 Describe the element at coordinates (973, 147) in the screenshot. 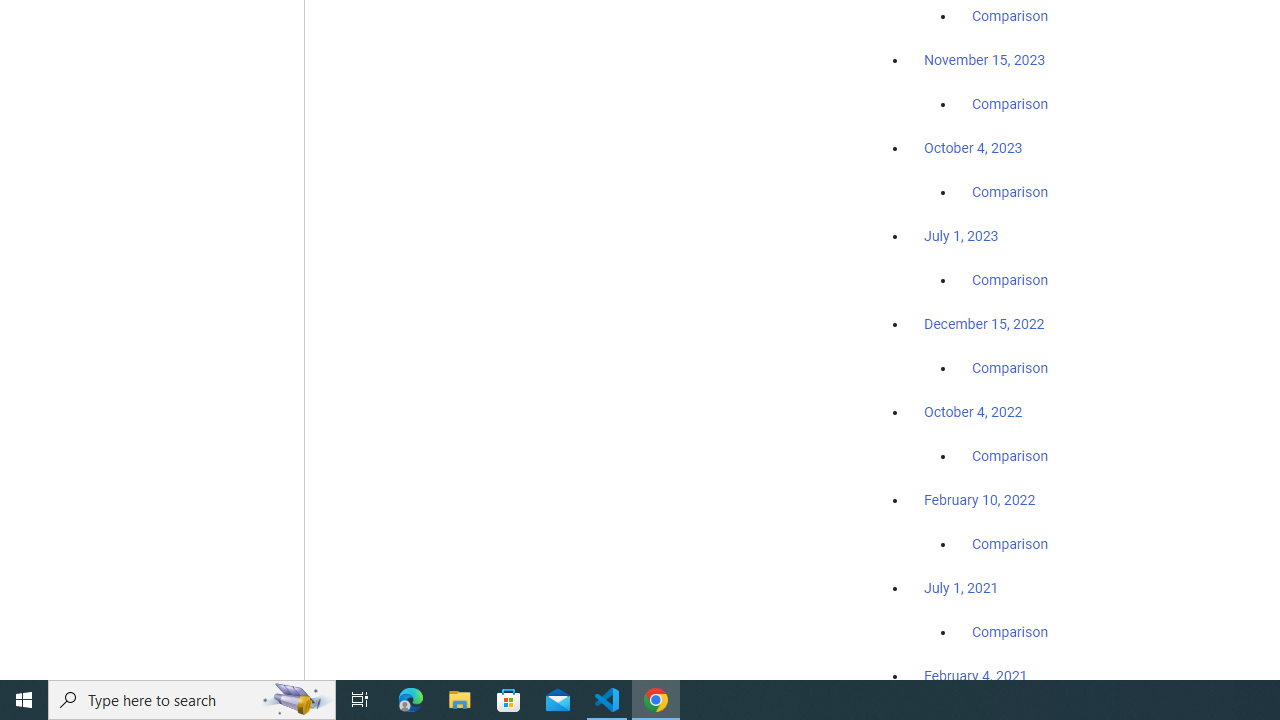

I see `'October 4, 2023'` at that location.